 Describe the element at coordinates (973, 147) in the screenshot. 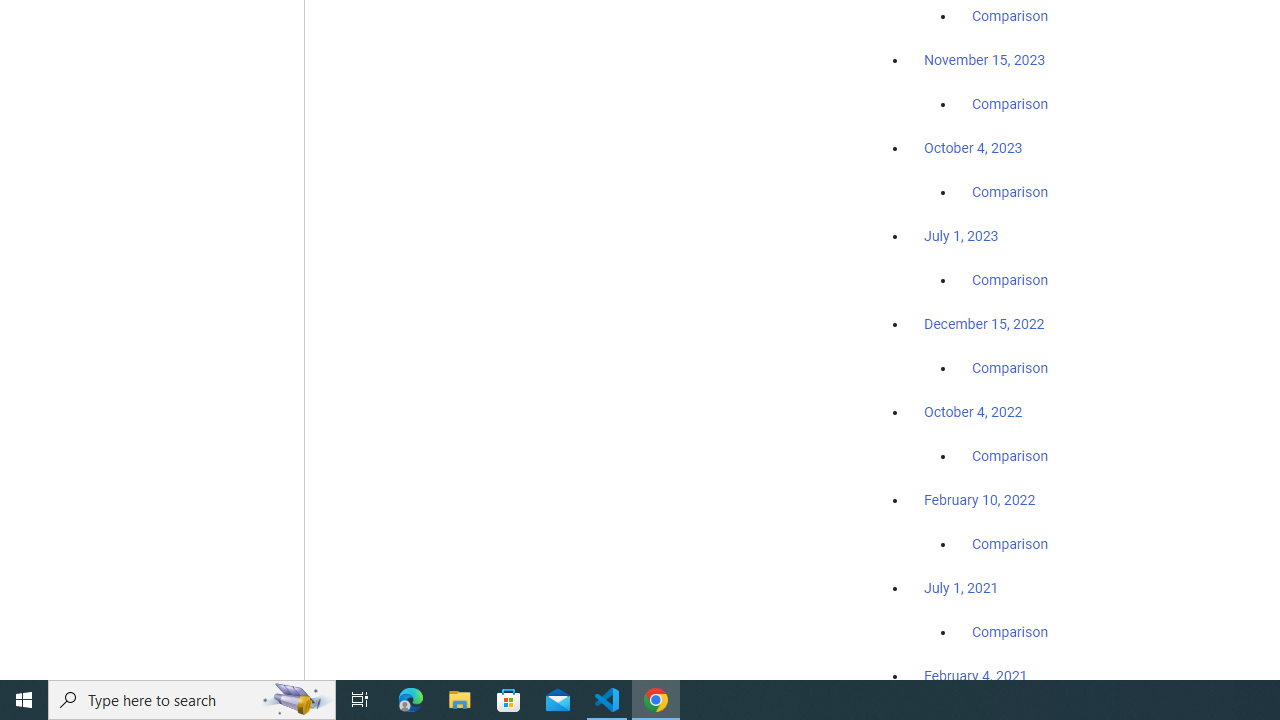

I see `'October 4, 2023'` at that location.